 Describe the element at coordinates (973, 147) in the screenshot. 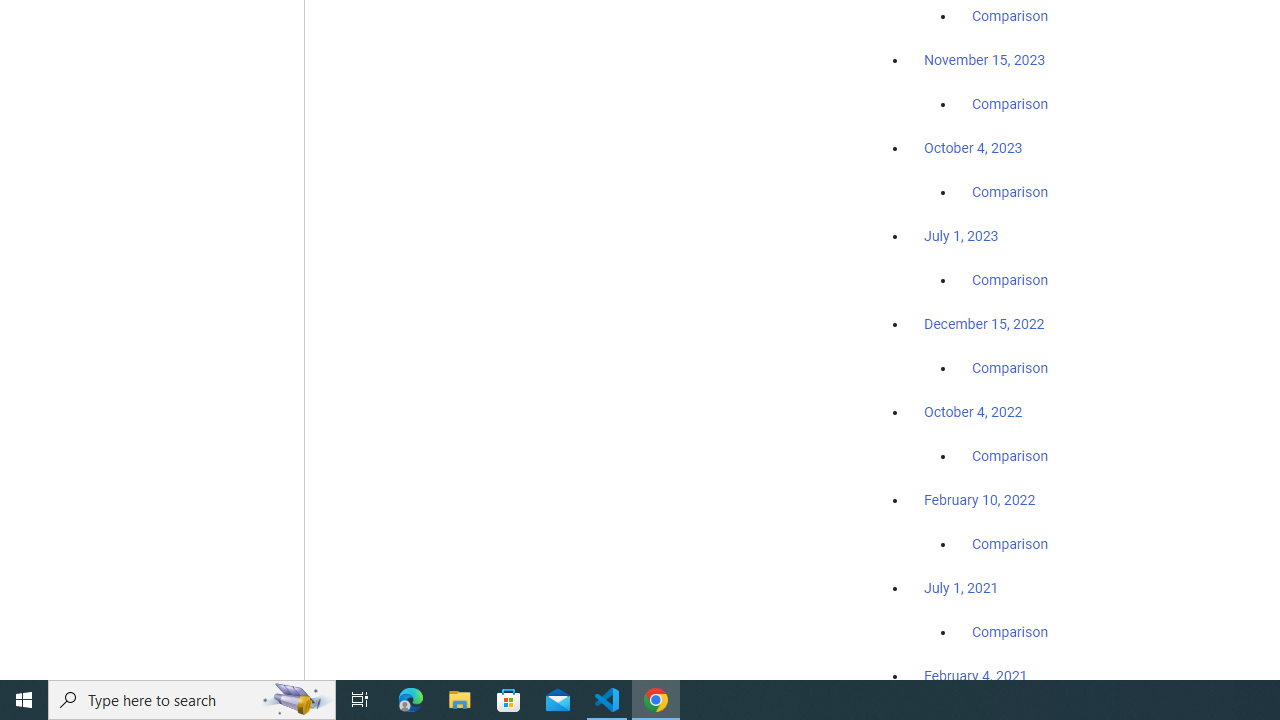

I see `'October 4, 2023'` at that location.